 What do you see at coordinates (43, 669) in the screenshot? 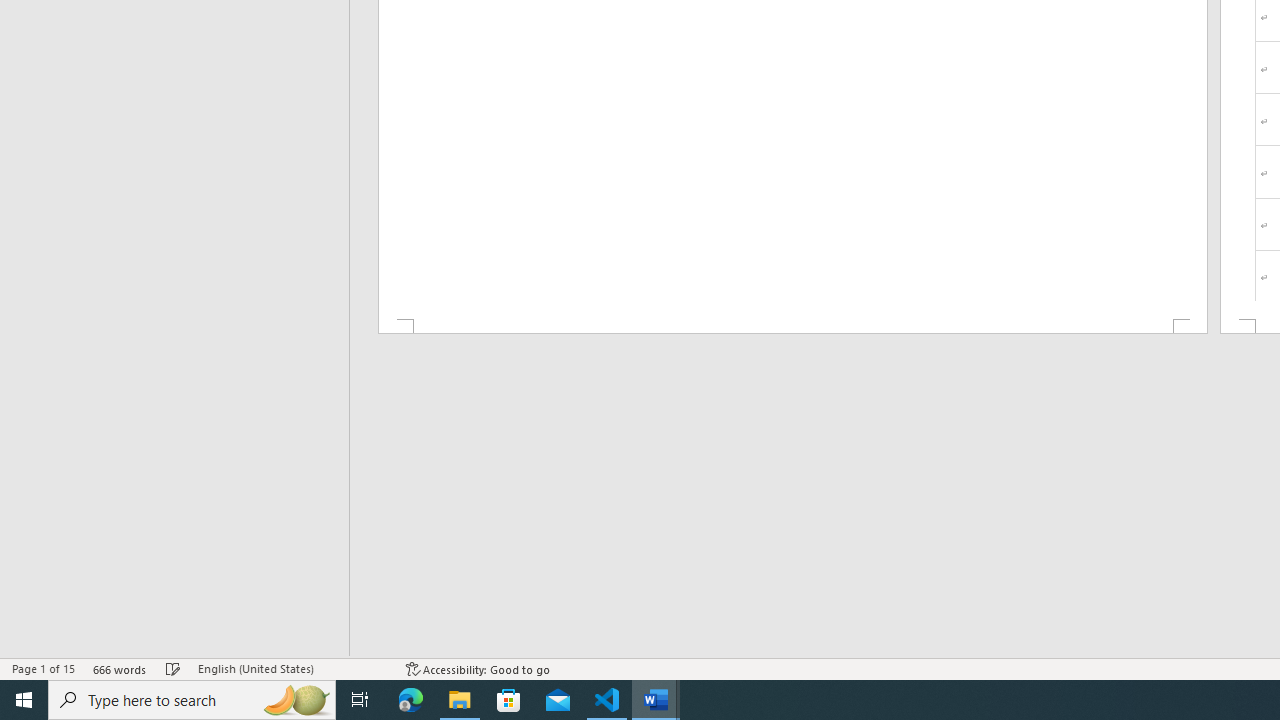
I see `'Page Number Page 1 of 15'` at bounding box center [43, 669].